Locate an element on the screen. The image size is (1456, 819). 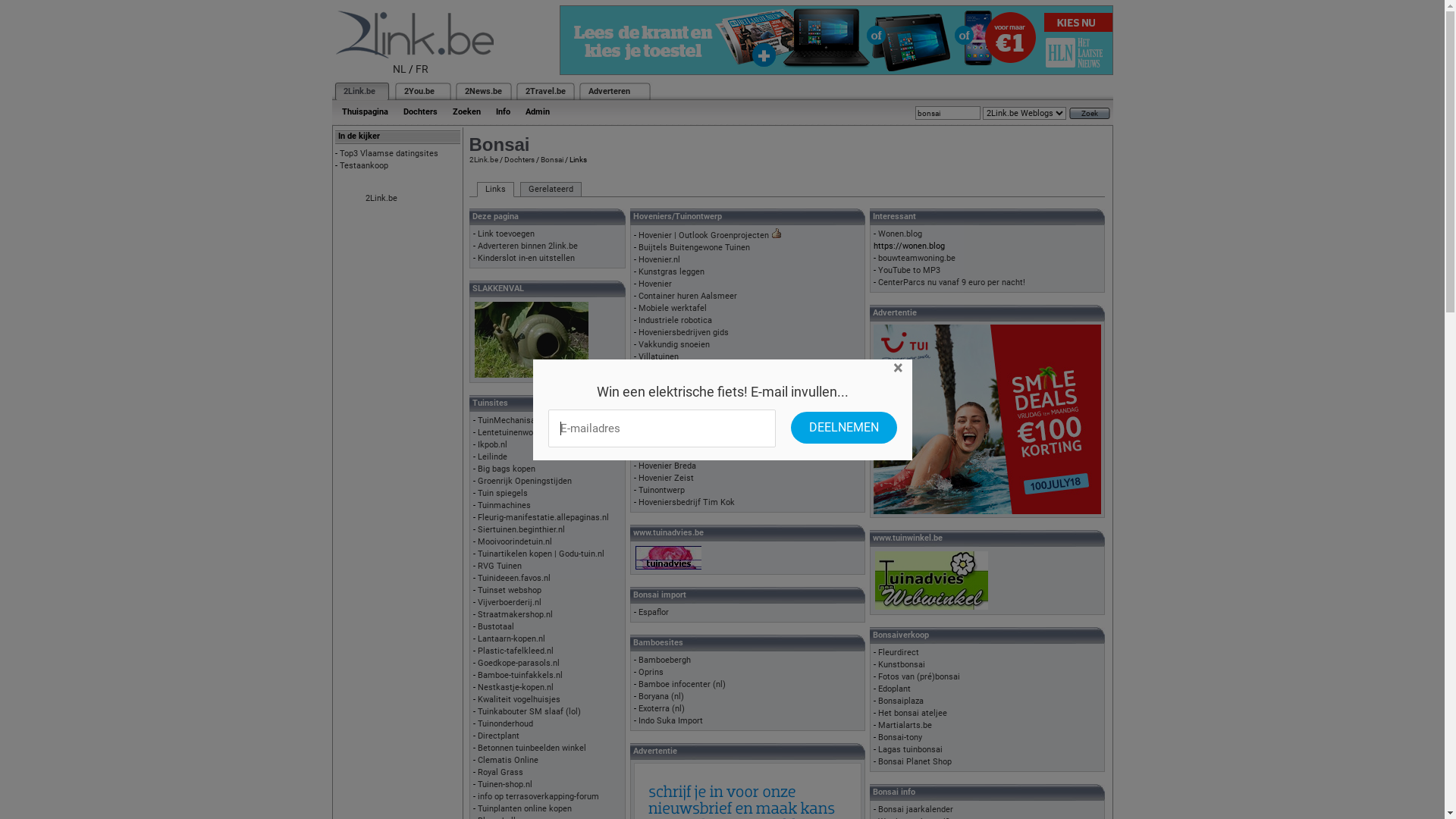
'Tuinen-shop.nl' is located at coordinates (505, 784).